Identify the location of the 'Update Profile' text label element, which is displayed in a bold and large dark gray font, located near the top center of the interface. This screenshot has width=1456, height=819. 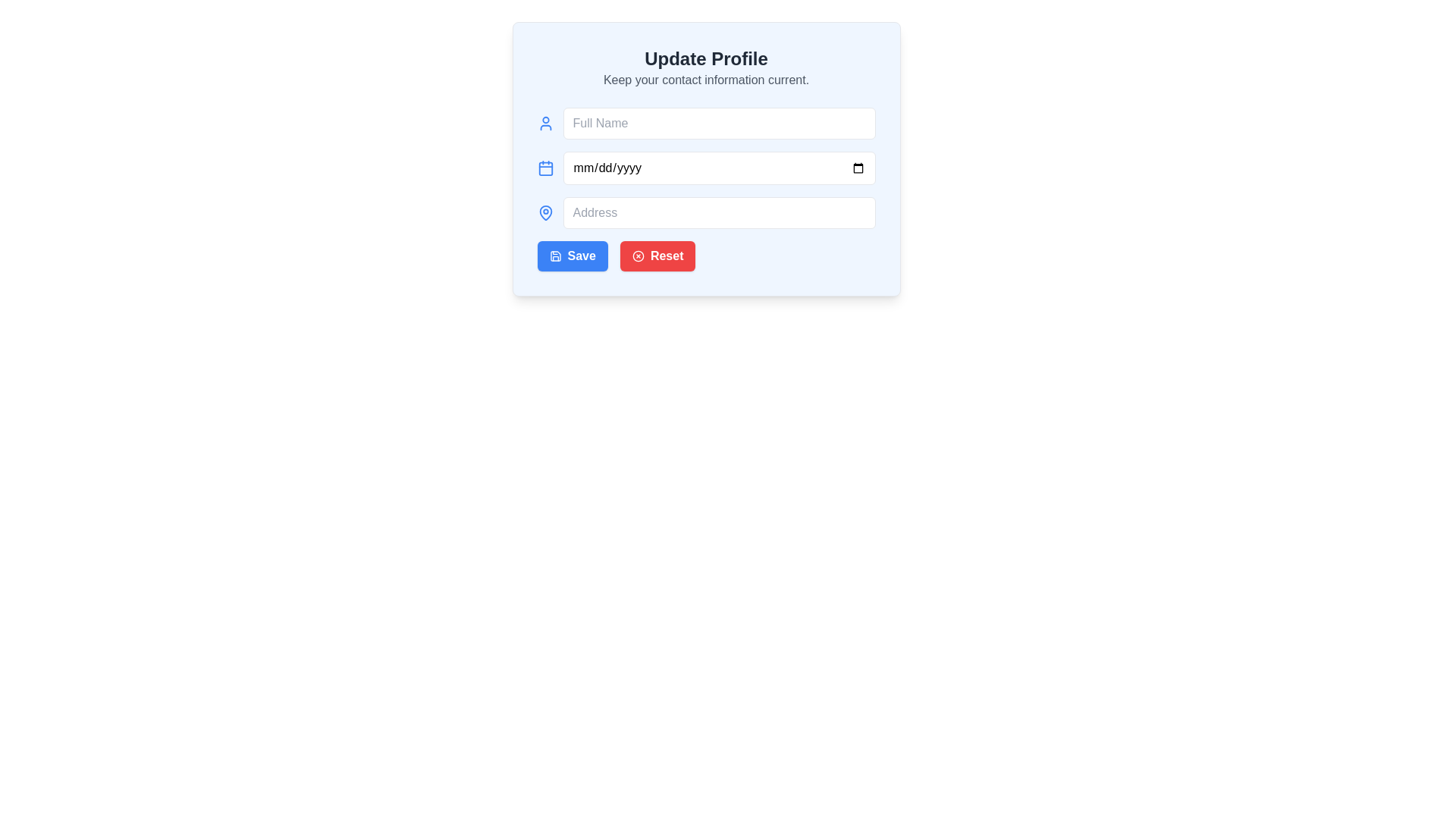
(705, 58).